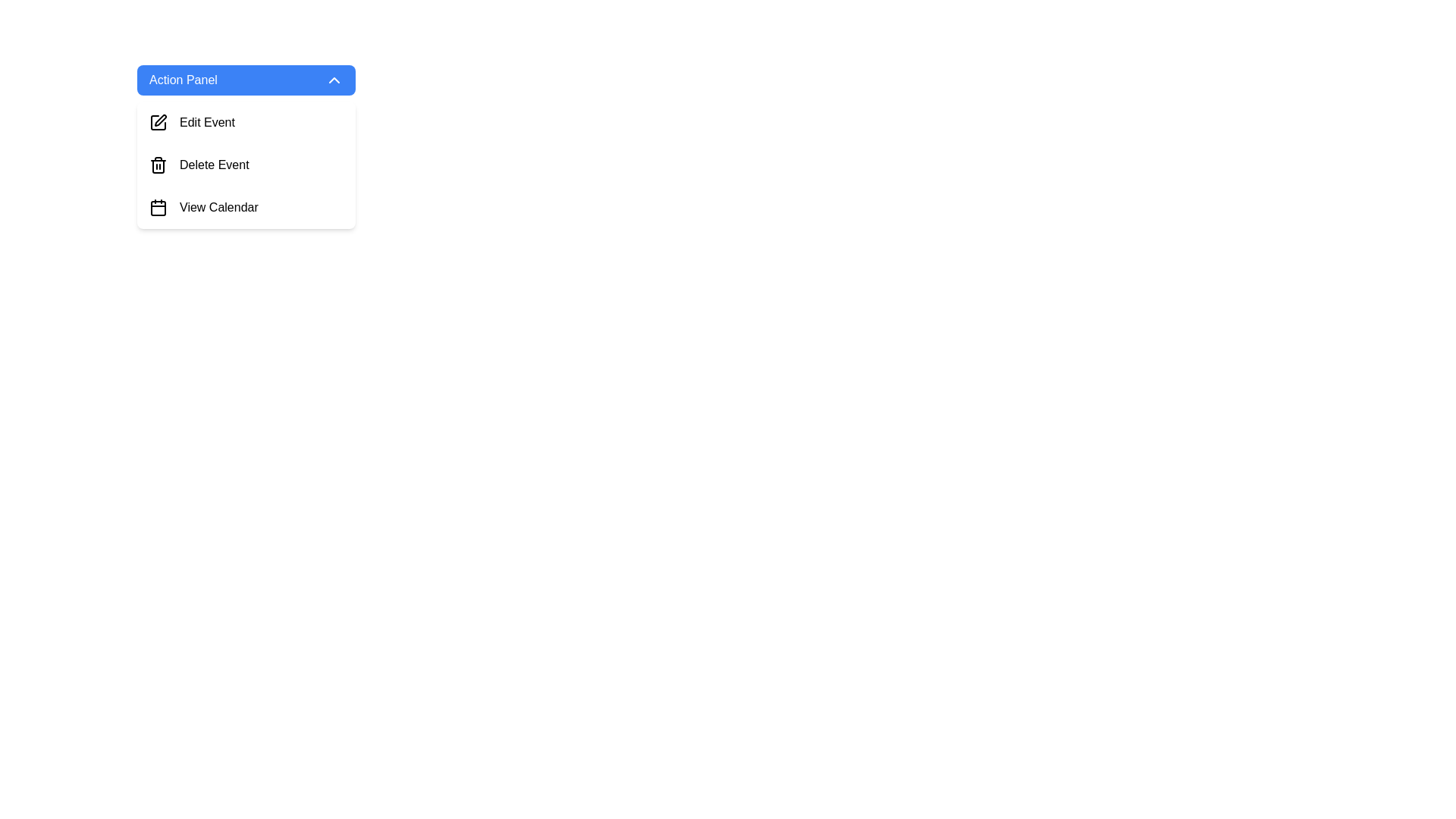  I want to click on the trash bin icon located to the left of the 'Delete Event' text in the 'Action Panel' dropdown menu, so click(158, 165).